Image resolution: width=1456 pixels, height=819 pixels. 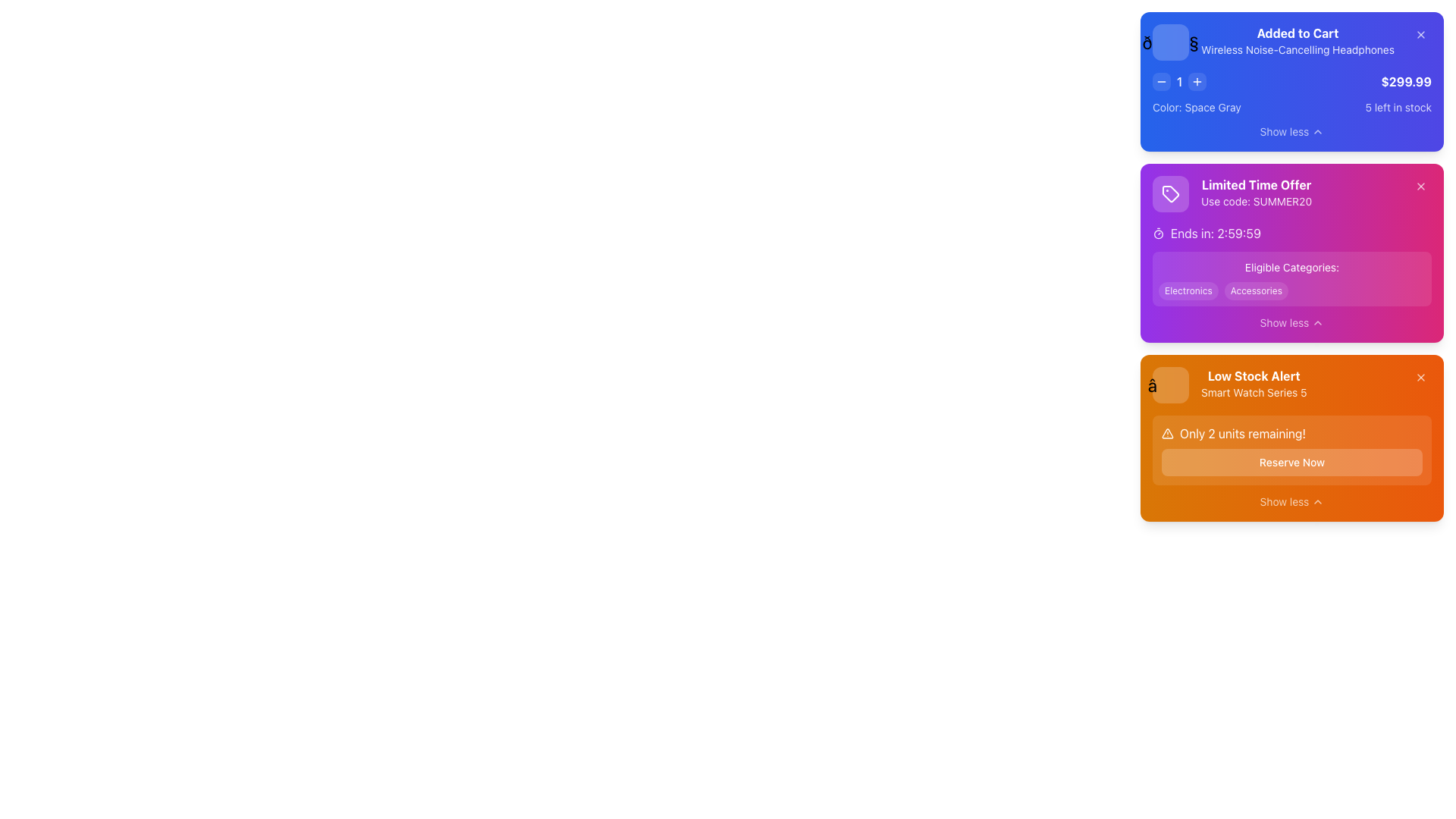 I want to click on details of the 'Added to Cart' section which includes quantity adjustment buttons, a price tag, color description, and stock note, so click(x=1291, y=93).